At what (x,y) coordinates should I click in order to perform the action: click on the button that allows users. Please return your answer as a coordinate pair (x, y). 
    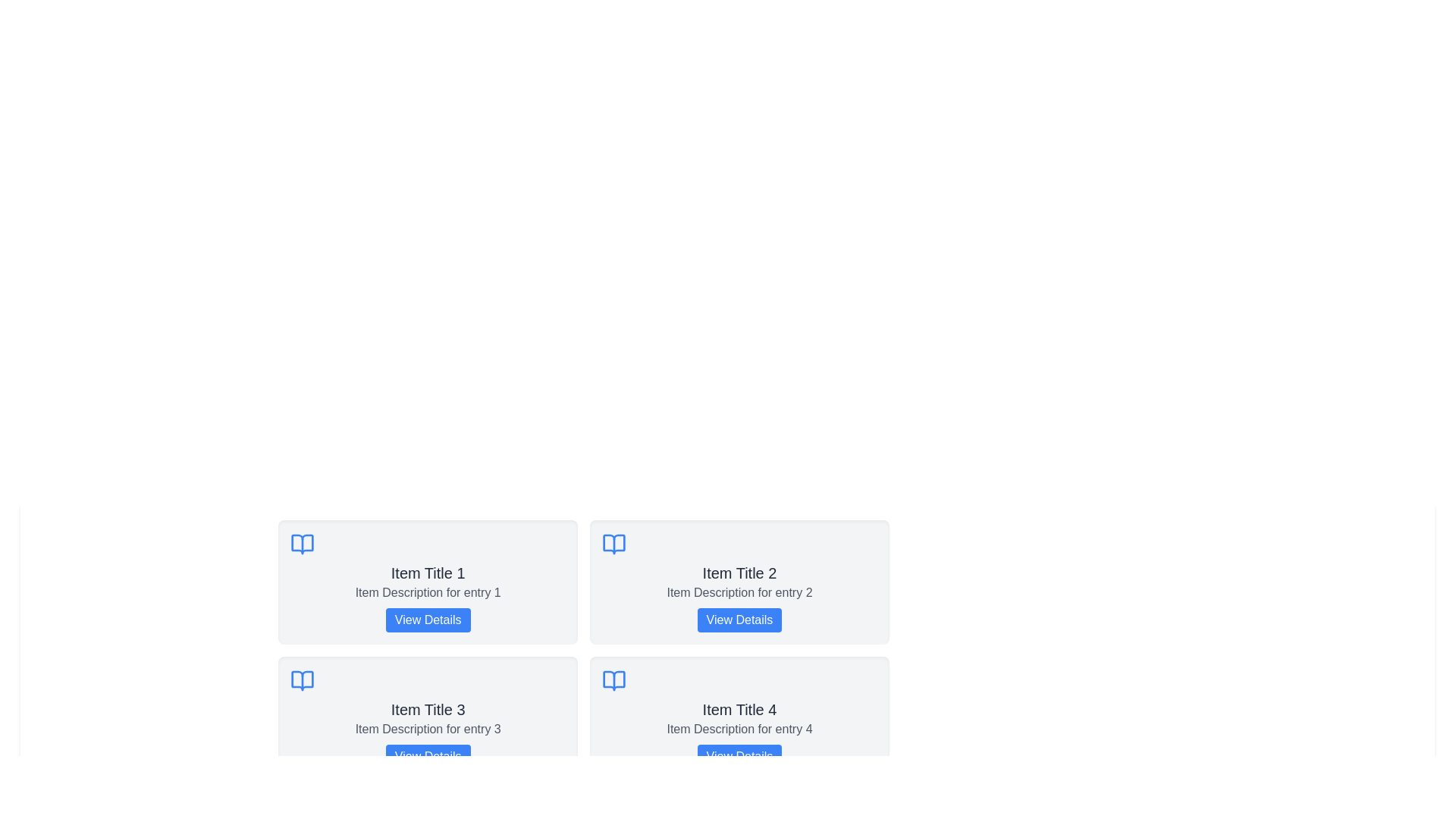
    Looking at the image, I should click on (739, 620).